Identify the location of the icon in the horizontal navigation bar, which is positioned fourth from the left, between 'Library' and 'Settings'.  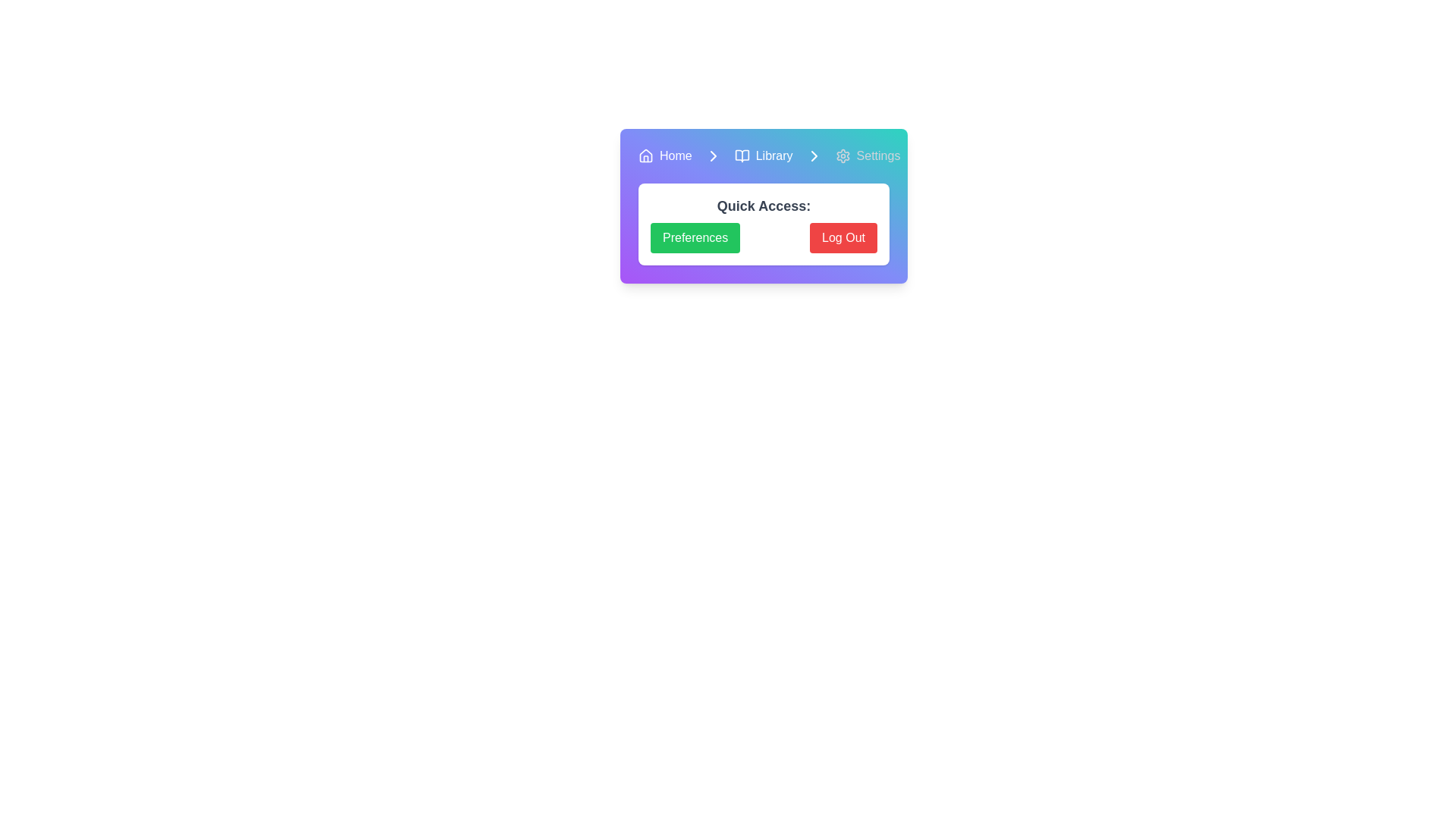
(813, 155).